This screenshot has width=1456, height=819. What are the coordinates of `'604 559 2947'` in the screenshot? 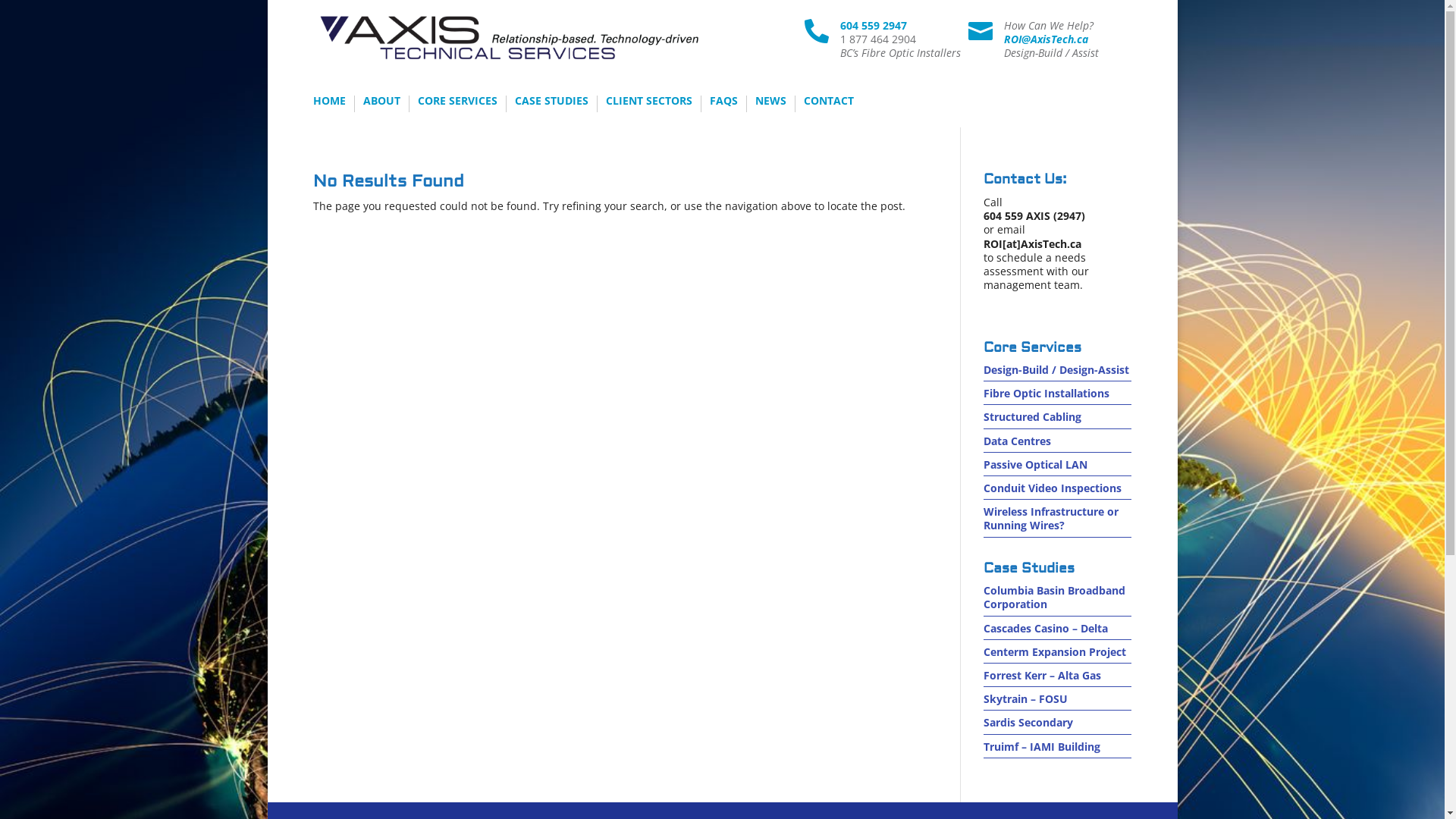 It's located at (874, 25).